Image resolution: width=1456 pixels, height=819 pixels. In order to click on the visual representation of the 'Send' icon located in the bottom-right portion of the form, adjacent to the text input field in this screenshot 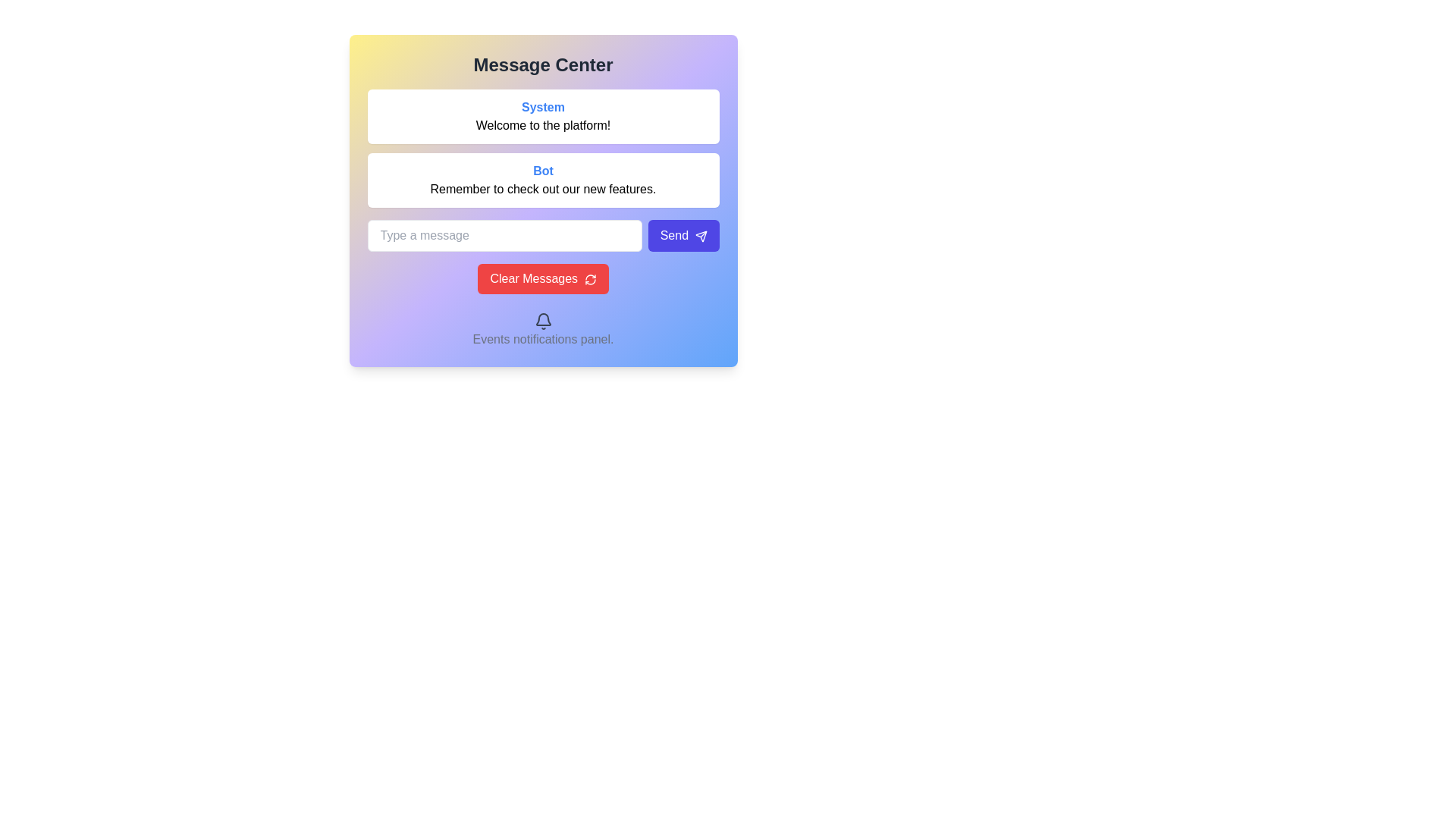, I will do `click(700, 236)`.